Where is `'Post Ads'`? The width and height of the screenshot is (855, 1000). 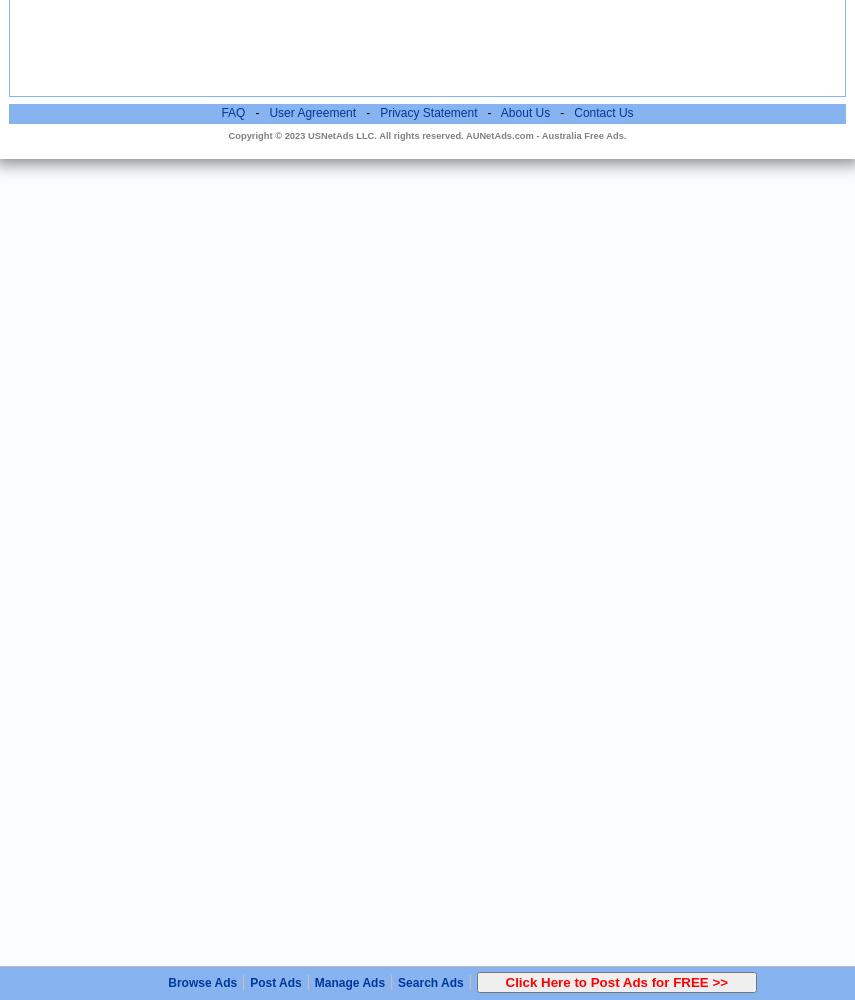
'Post Ads' is located at coordinates (275, 982).